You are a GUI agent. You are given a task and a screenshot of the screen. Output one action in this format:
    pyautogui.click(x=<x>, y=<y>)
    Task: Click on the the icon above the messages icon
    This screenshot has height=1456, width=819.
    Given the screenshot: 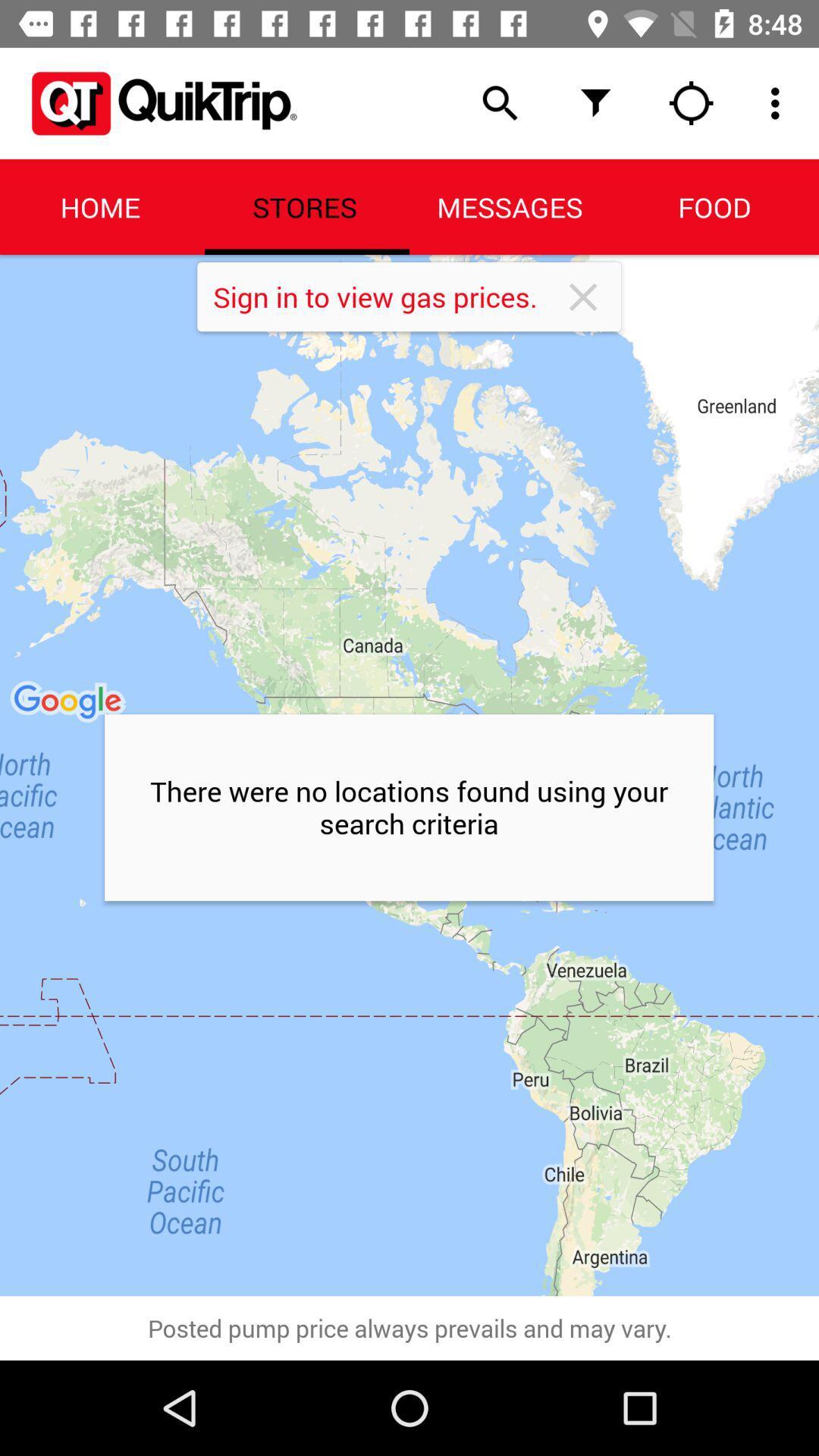 What is the action you would take?
    pyautogui.click(x=595, y=102)
    